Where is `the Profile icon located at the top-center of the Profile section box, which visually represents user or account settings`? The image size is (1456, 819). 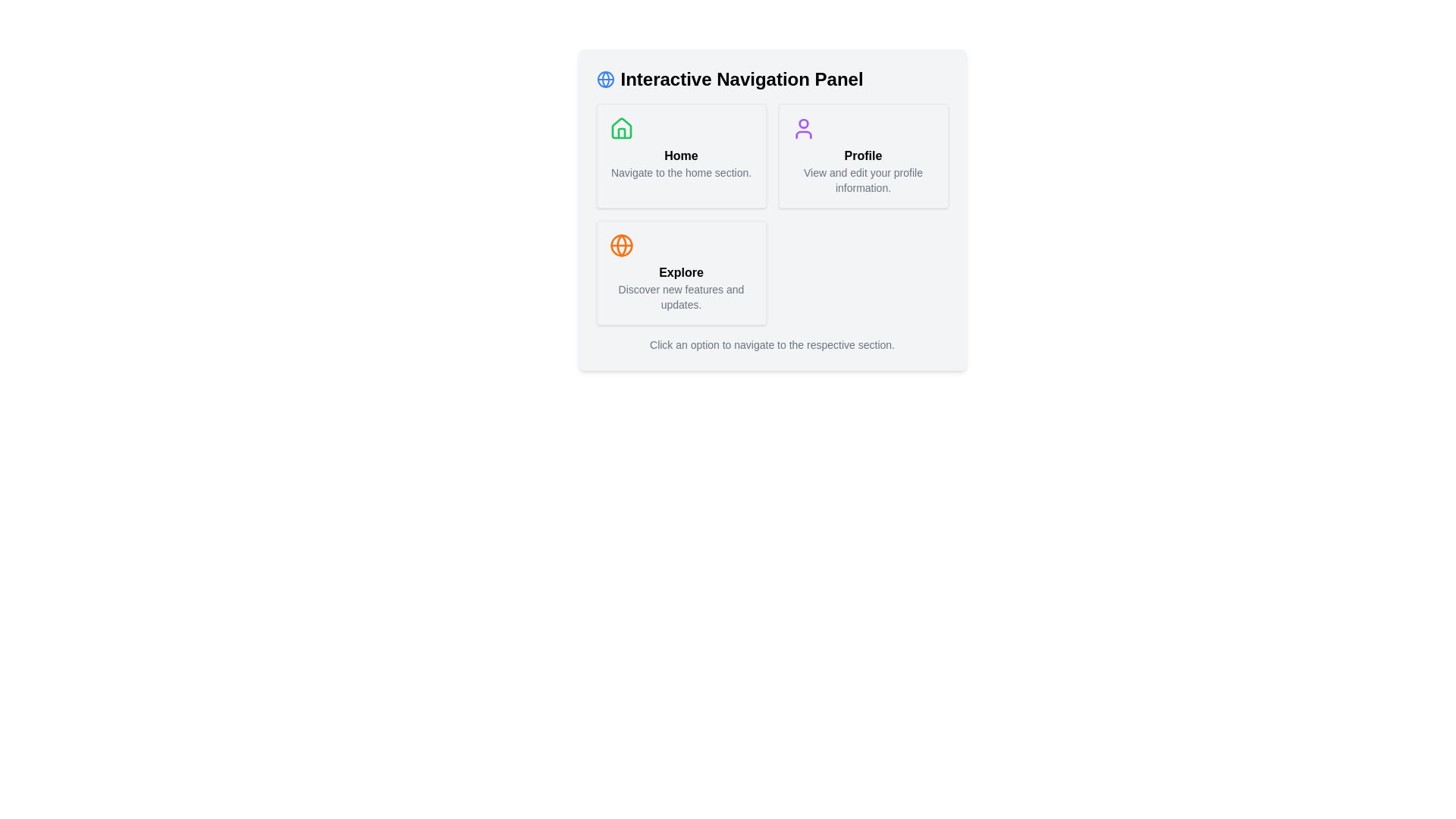 the Profile icon located at the top-center of the Profile section box, which visually represents user or account settings is located at coordinates (802, 127).